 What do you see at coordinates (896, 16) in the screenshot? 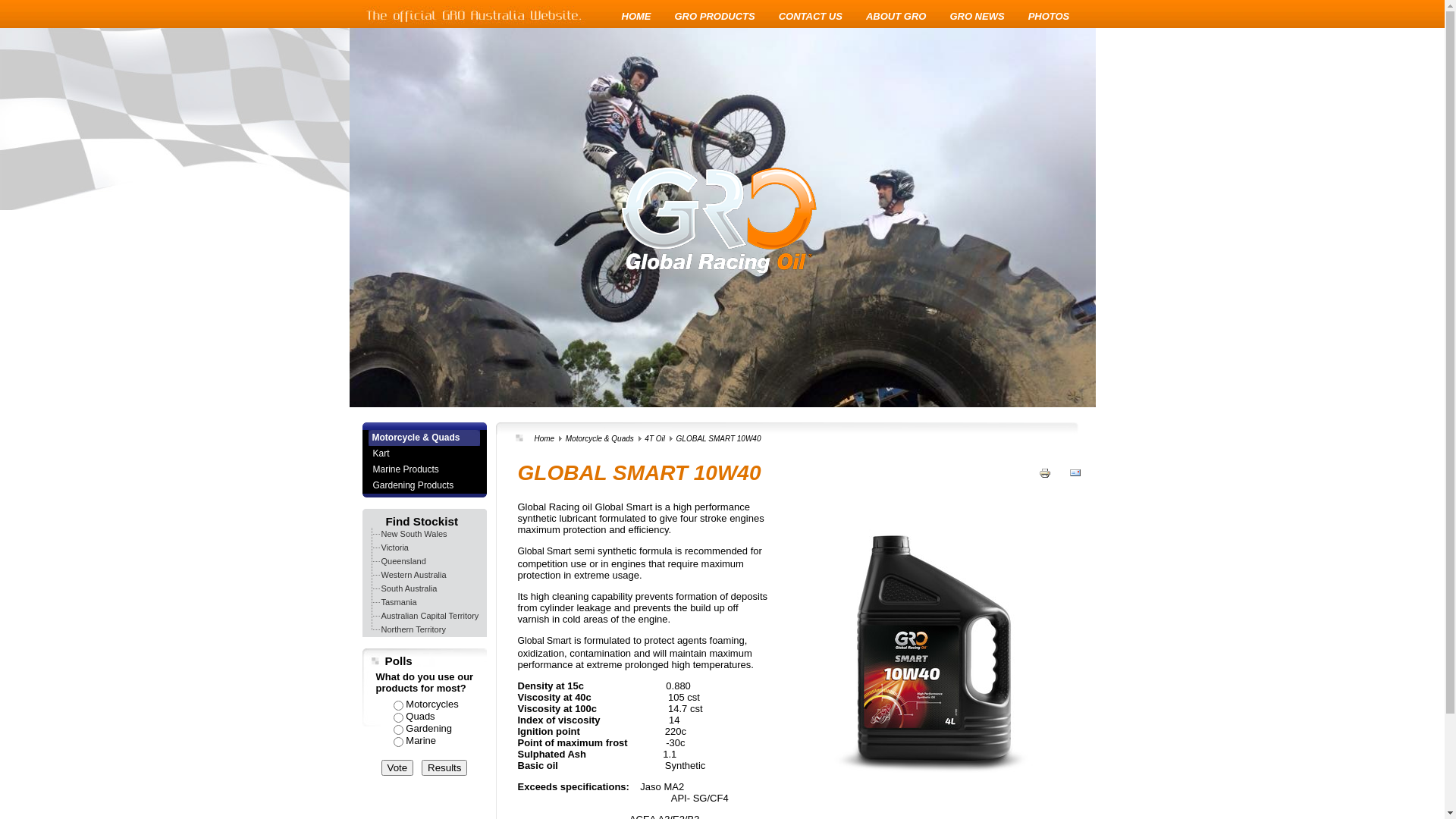
I see `'ABOUT GRO'` at bounding box center [896, 16].